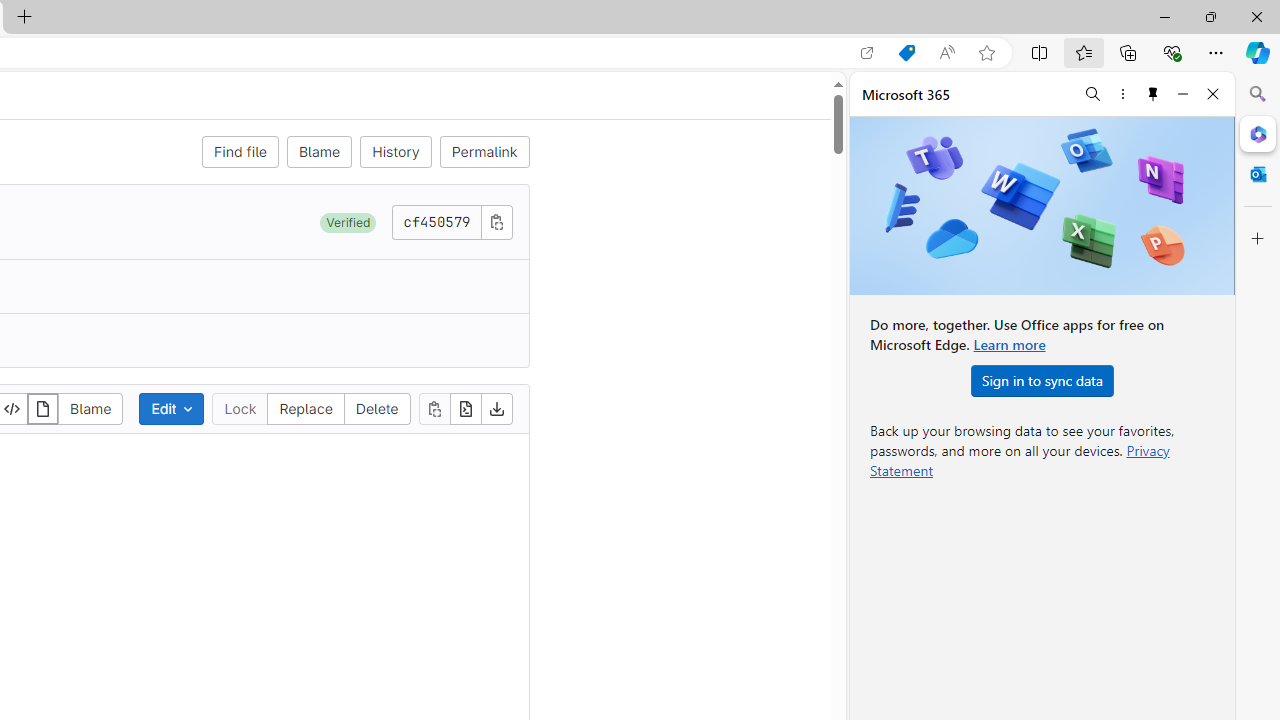  Describe the element at coordinates (433, 407) in the screenshot. I see `'Copy file contents'` at that location.